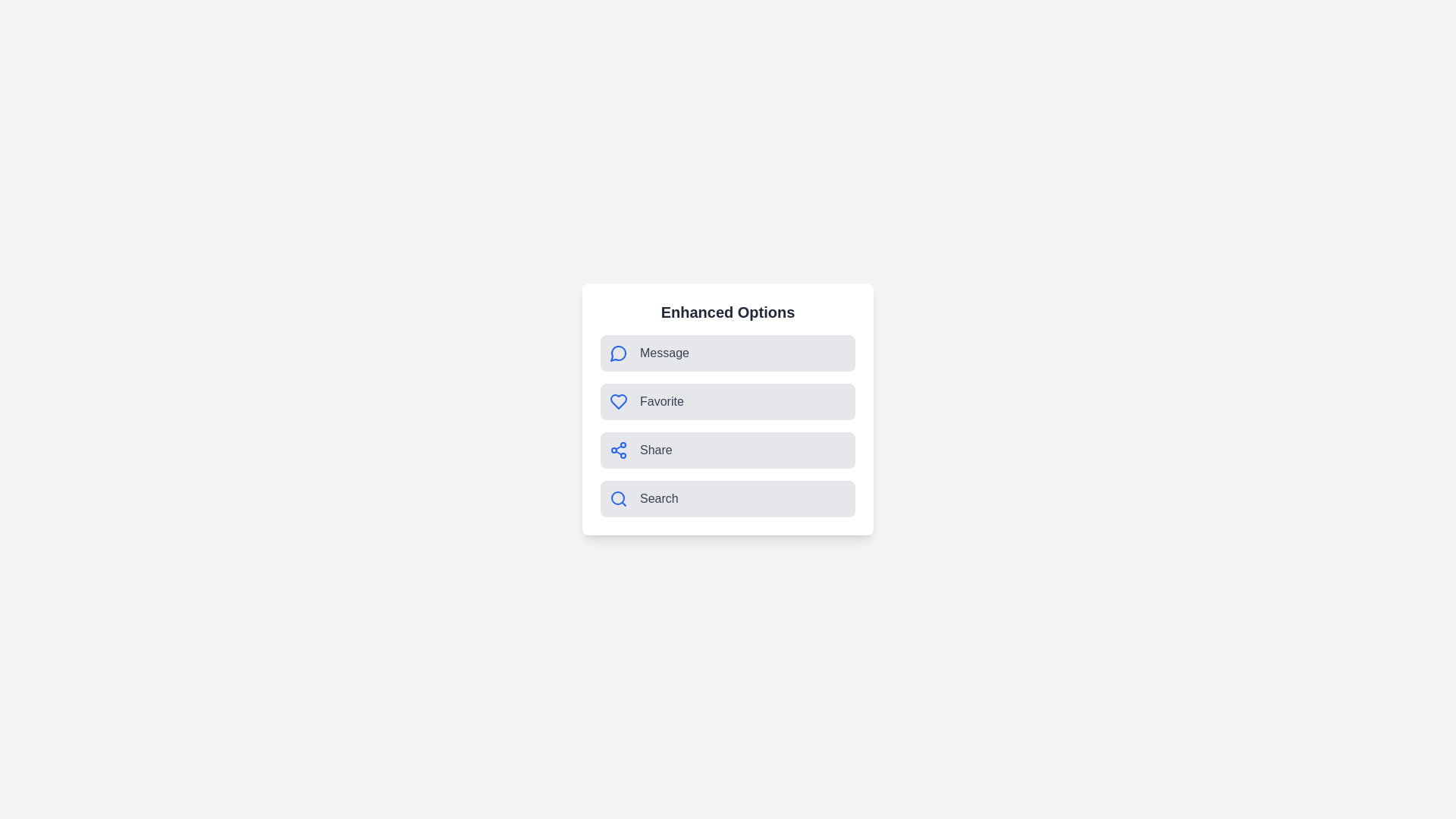 Image resolution: width=1456 pixels, height=819 pixels. What do you see at coordinates (728, 400) in the screenshot?
I see `the Favorite option to observe visual feedback` at bounding box center [728, 400].